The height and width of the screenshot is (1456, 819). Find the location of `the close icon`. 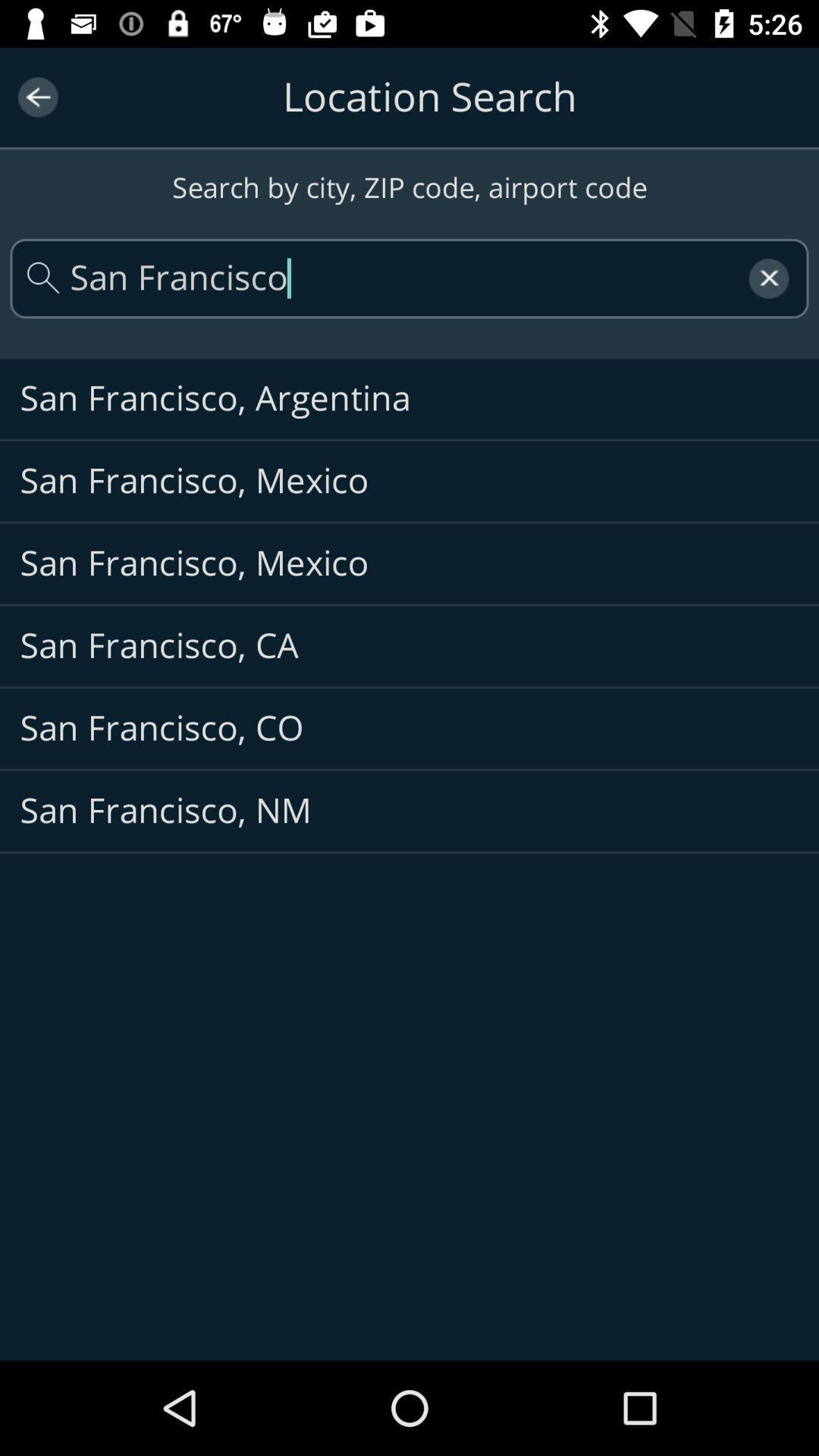

the close icon is located at coordinates (769, 278).